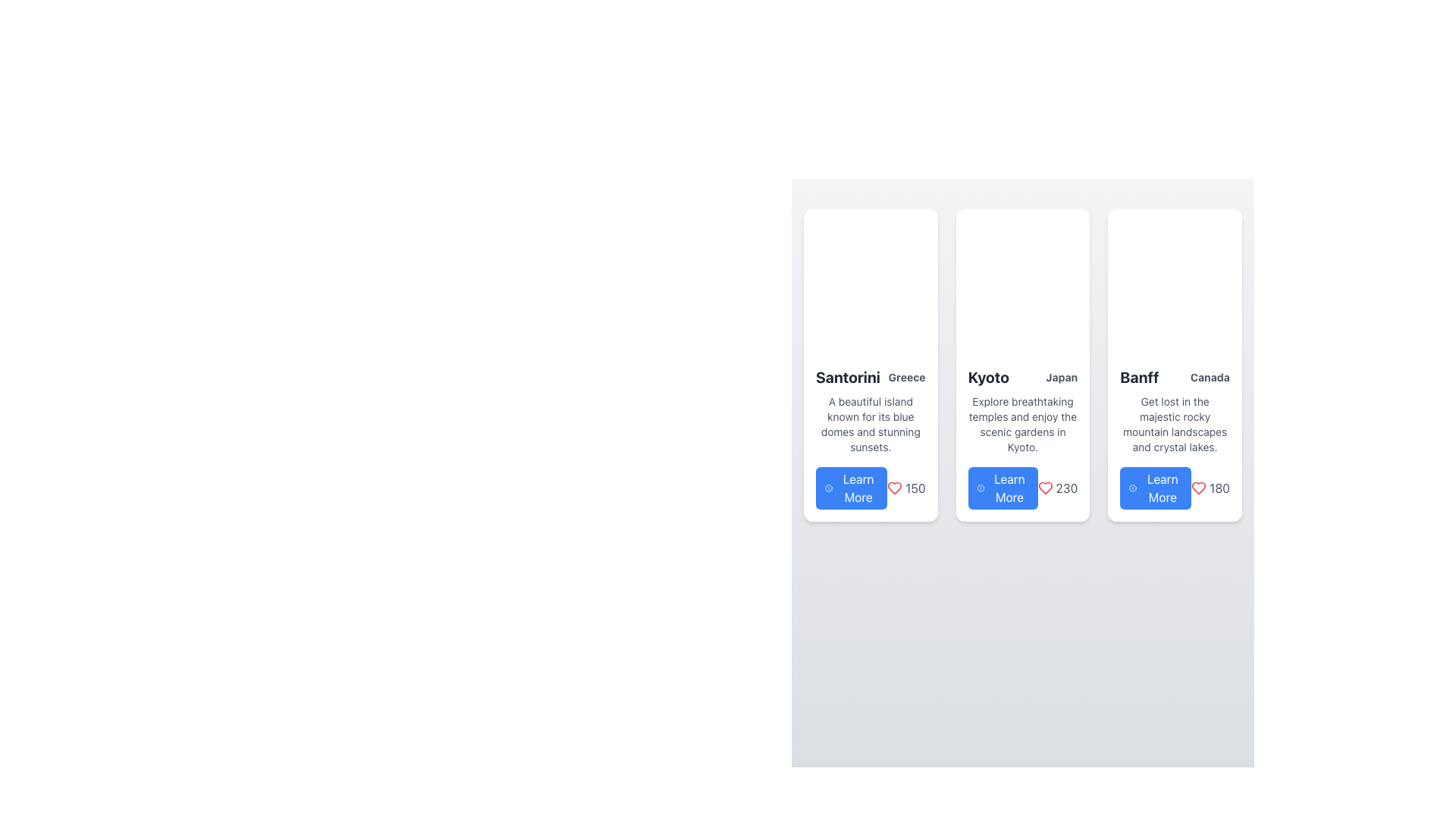 This screenshot has height=819, width=1456. Describe the element at coordinates (1133, 488) in the screenshot. I see `the information icon with a blue circular outline and 'i' symbol, located to the left of the 'Learn More' text in the third card from the left` at that location.